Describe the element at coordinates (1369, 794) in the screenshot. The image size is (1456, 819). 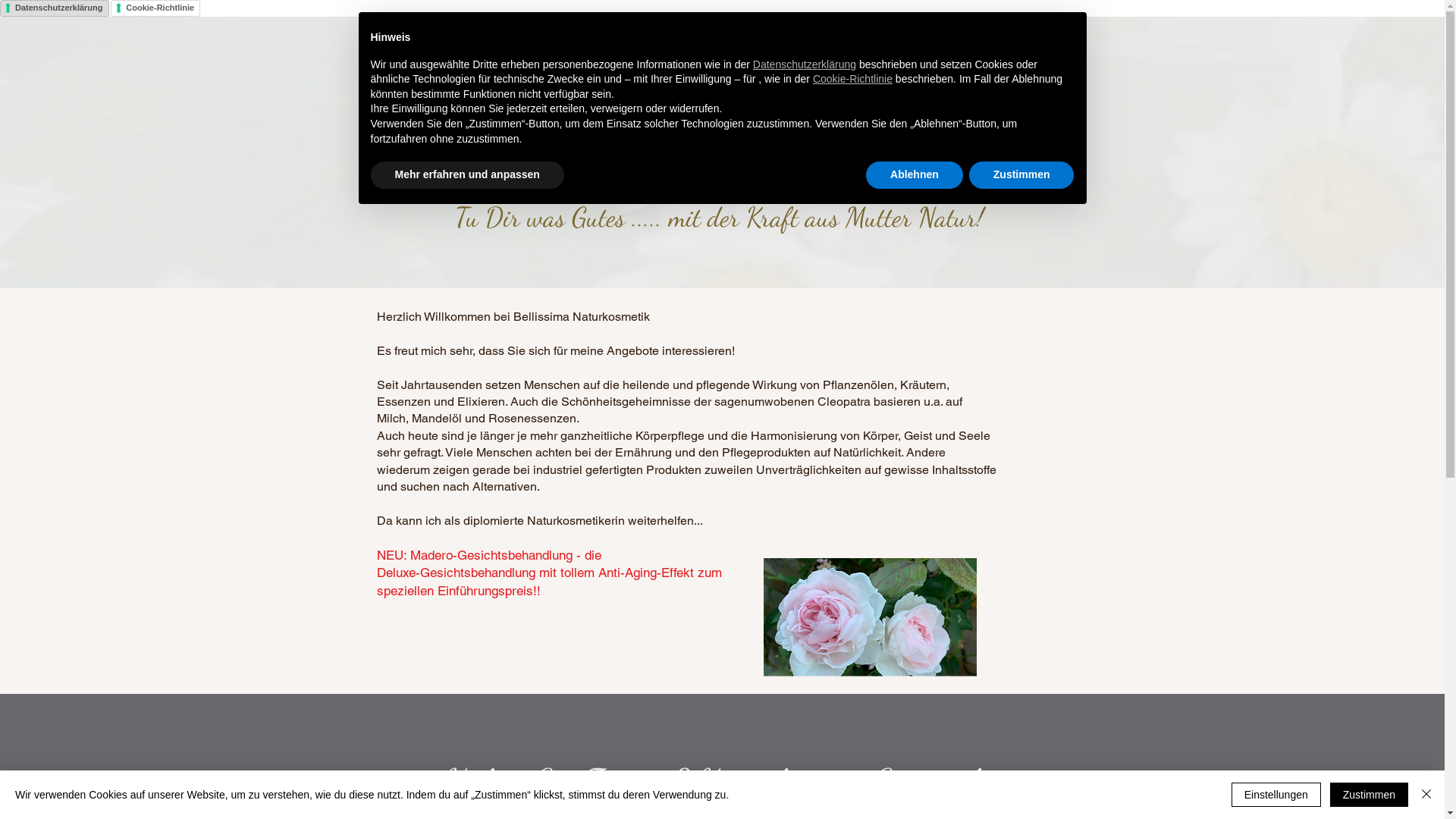
I see `'Zustimmen'` at that location.